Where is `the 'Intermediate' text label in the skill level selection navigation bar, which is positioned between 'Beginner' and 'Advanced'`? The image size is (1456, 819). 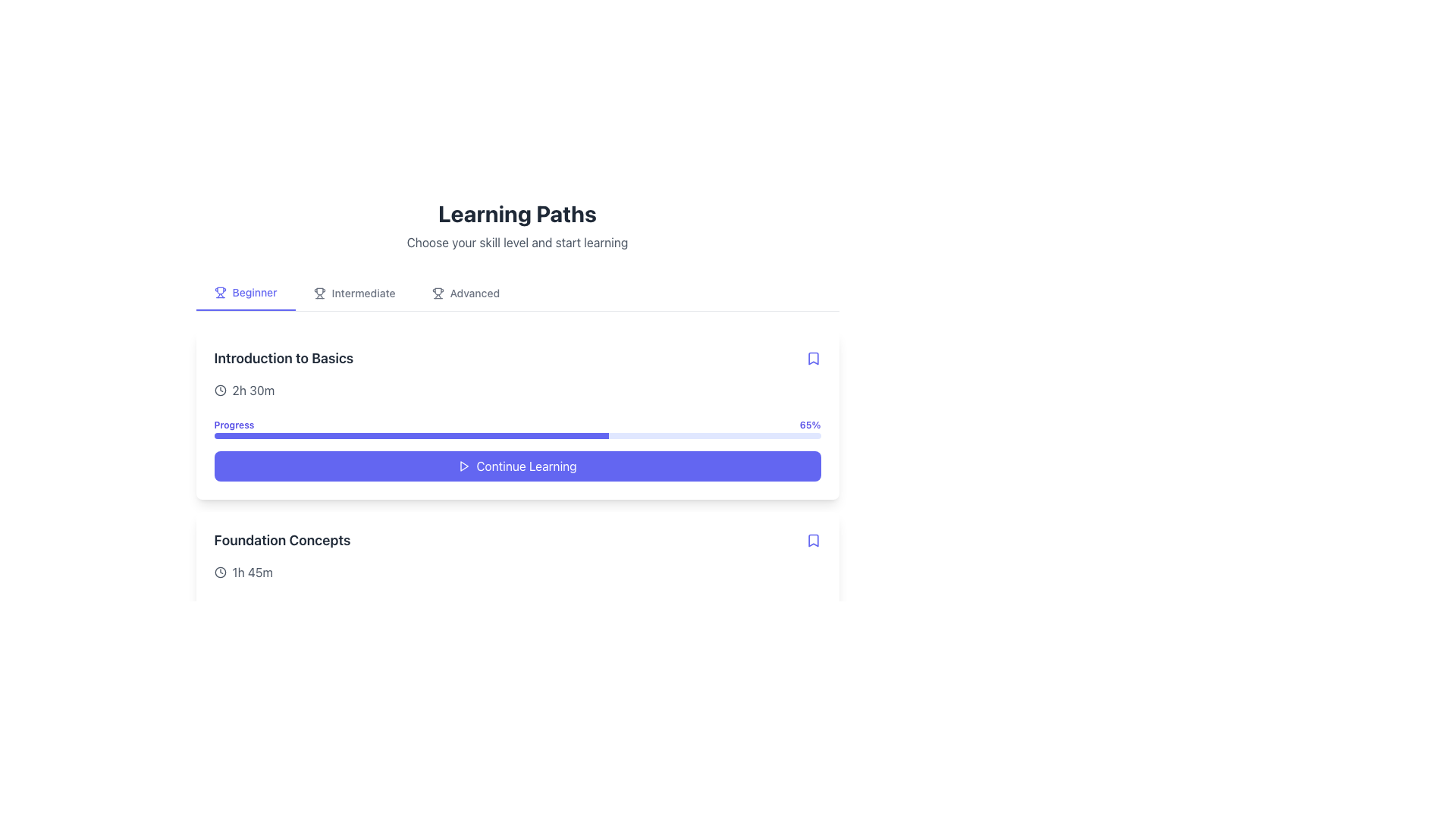 the 'Intermediate' text label in the skill level selection navigation bar, which is positioned between 'Beginner' and 'Advanced' is located at coordinates (362, 293).